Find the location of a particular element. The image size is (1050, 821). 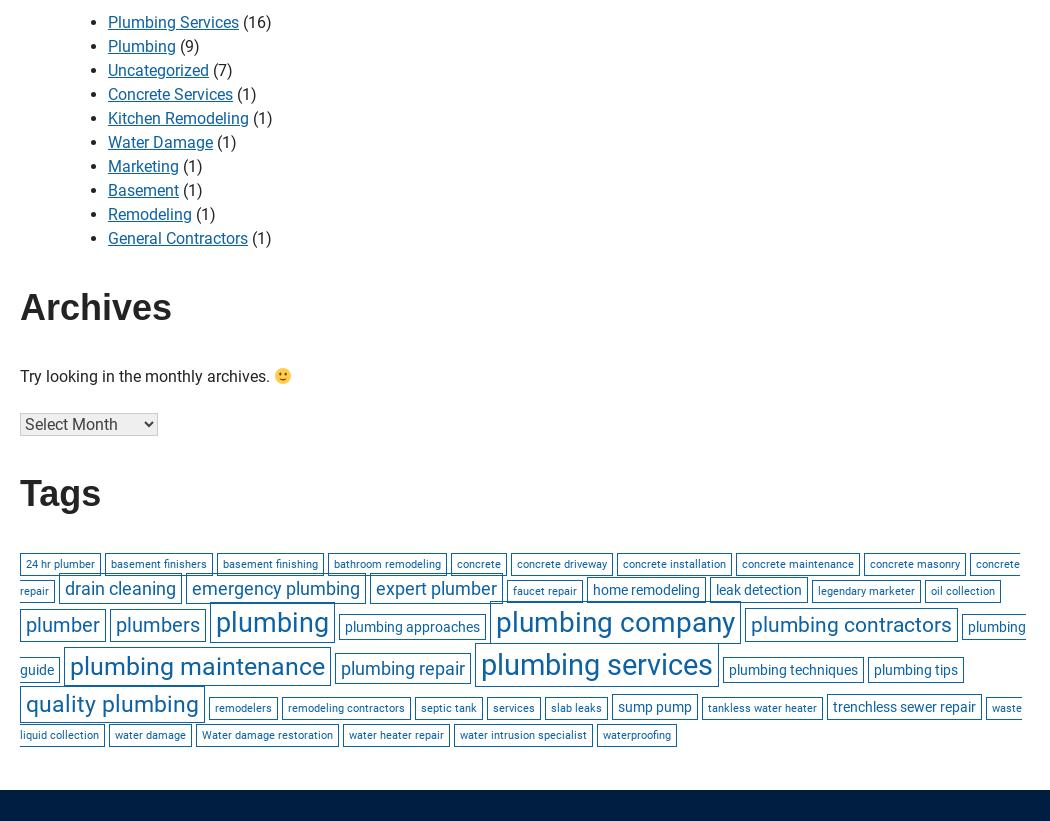

'water heater repair' is located at coordinates (348, 734).